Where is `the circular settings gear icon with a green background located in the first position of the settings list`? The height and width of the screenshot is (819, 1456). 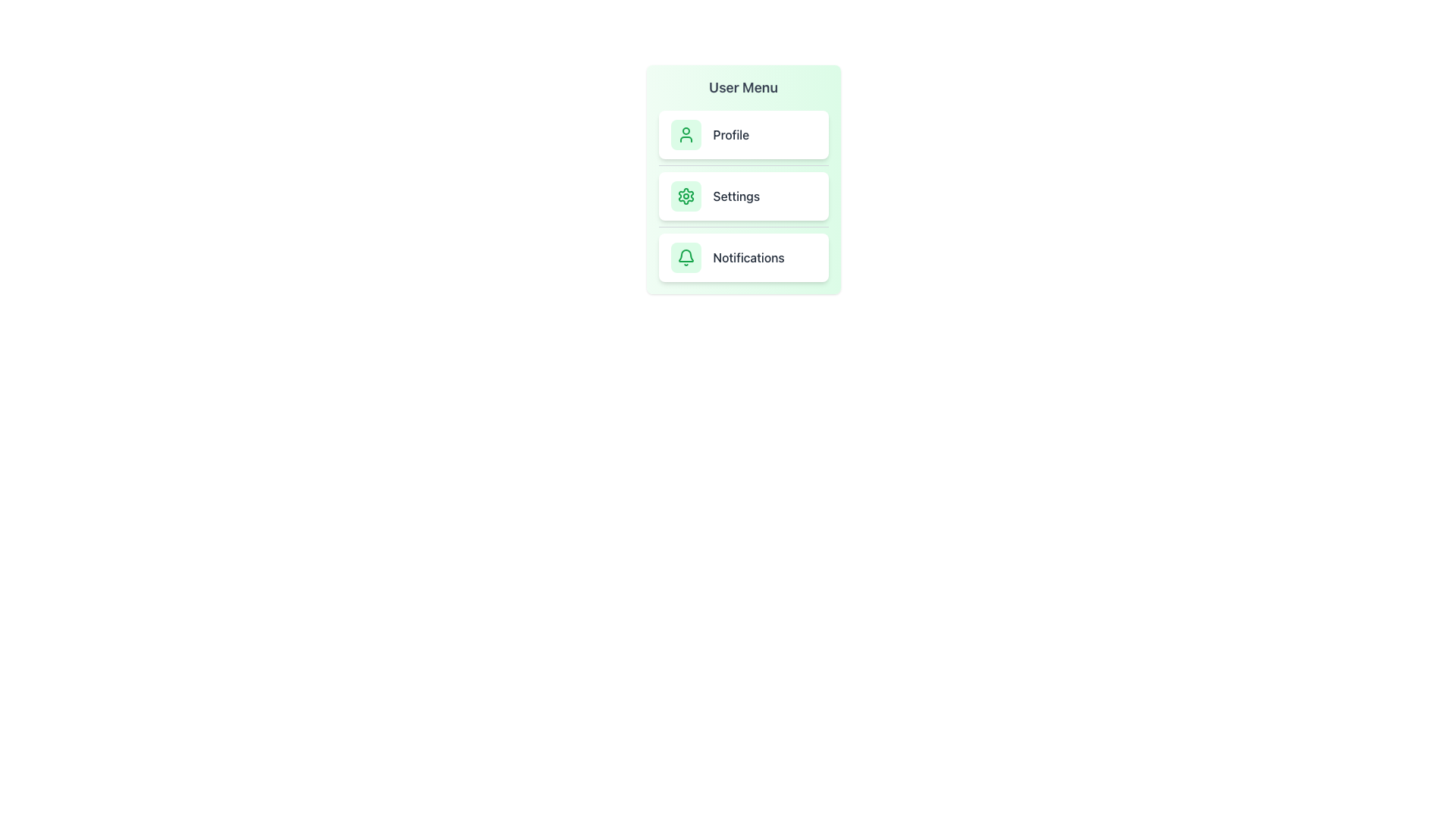
the circular settings gear icon with a green background located in the first position of the settings list is located at coordinates (685, 195).